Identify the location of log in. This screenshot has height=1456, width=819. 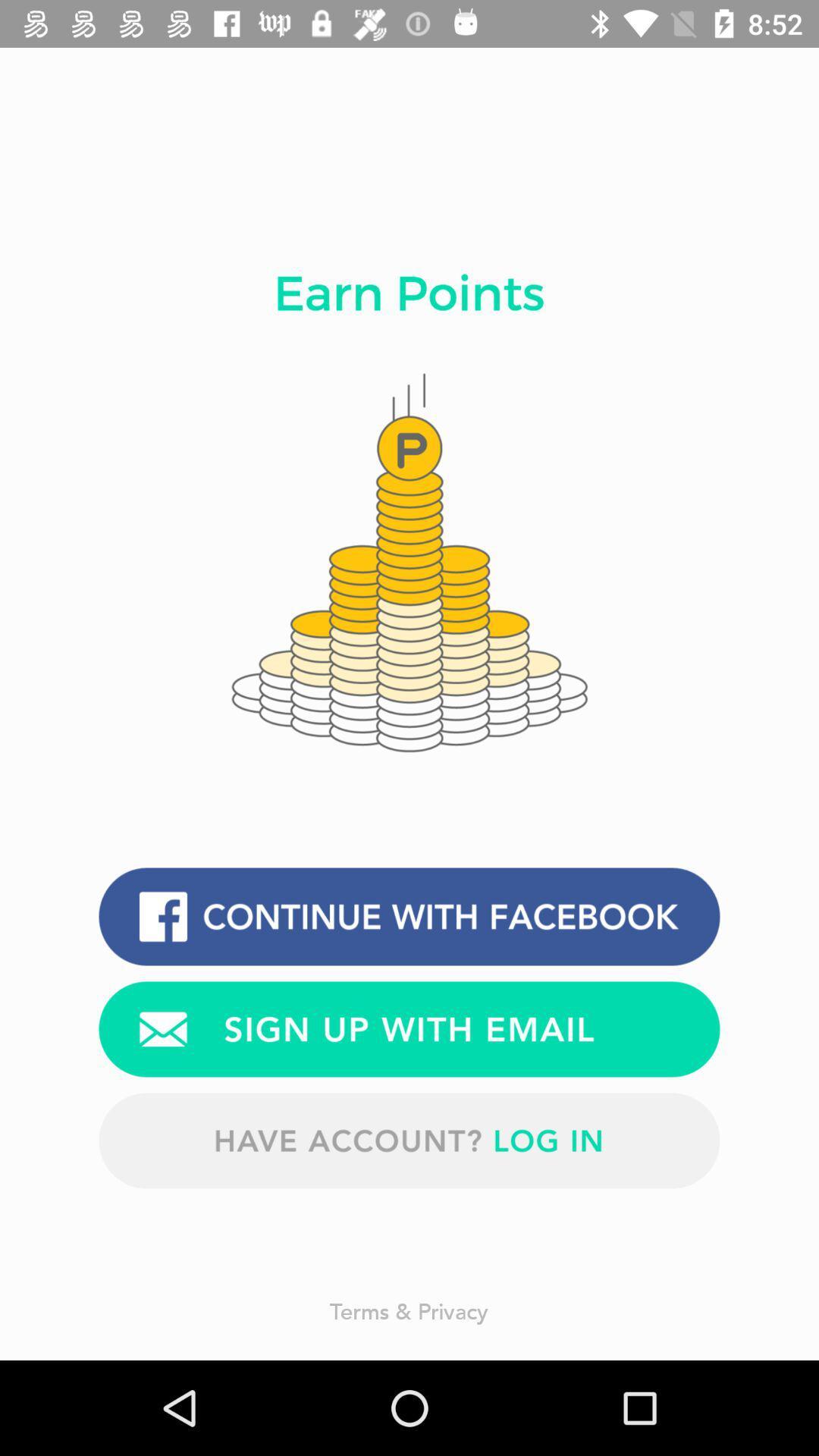
(409, 1141).